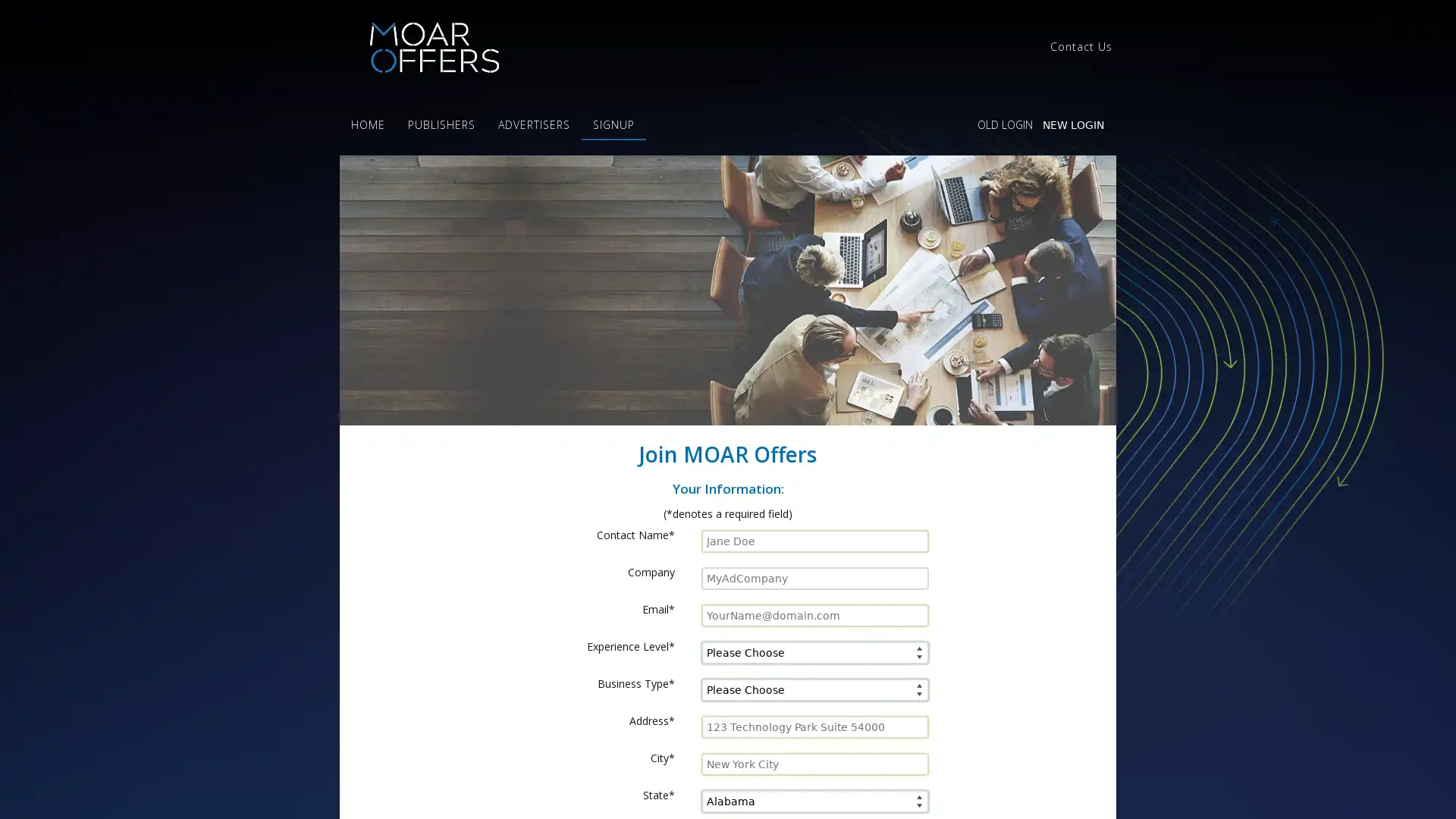 Image resolution: width=1456 pixels, height=819 pixels. What do you see at coordinates (1072, 124) in the screenshot?
I see `NEW LOGIN` at bounding box center [1072, 124].